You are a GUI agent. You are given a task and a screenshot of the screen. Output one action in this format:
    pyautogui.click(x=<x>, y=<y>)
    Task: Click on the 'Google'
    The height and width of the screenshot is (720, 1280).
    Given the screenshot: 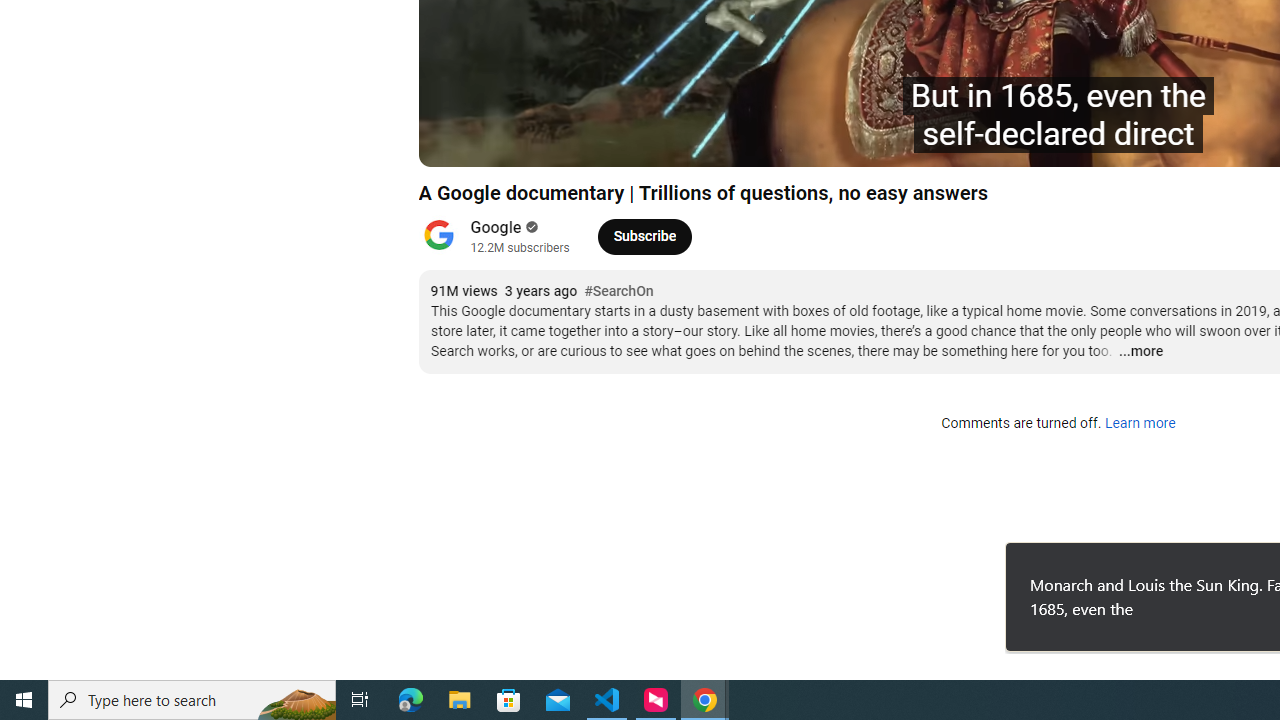 What is the action you would take?
    pyautogui.click(x=496, y=226)
    